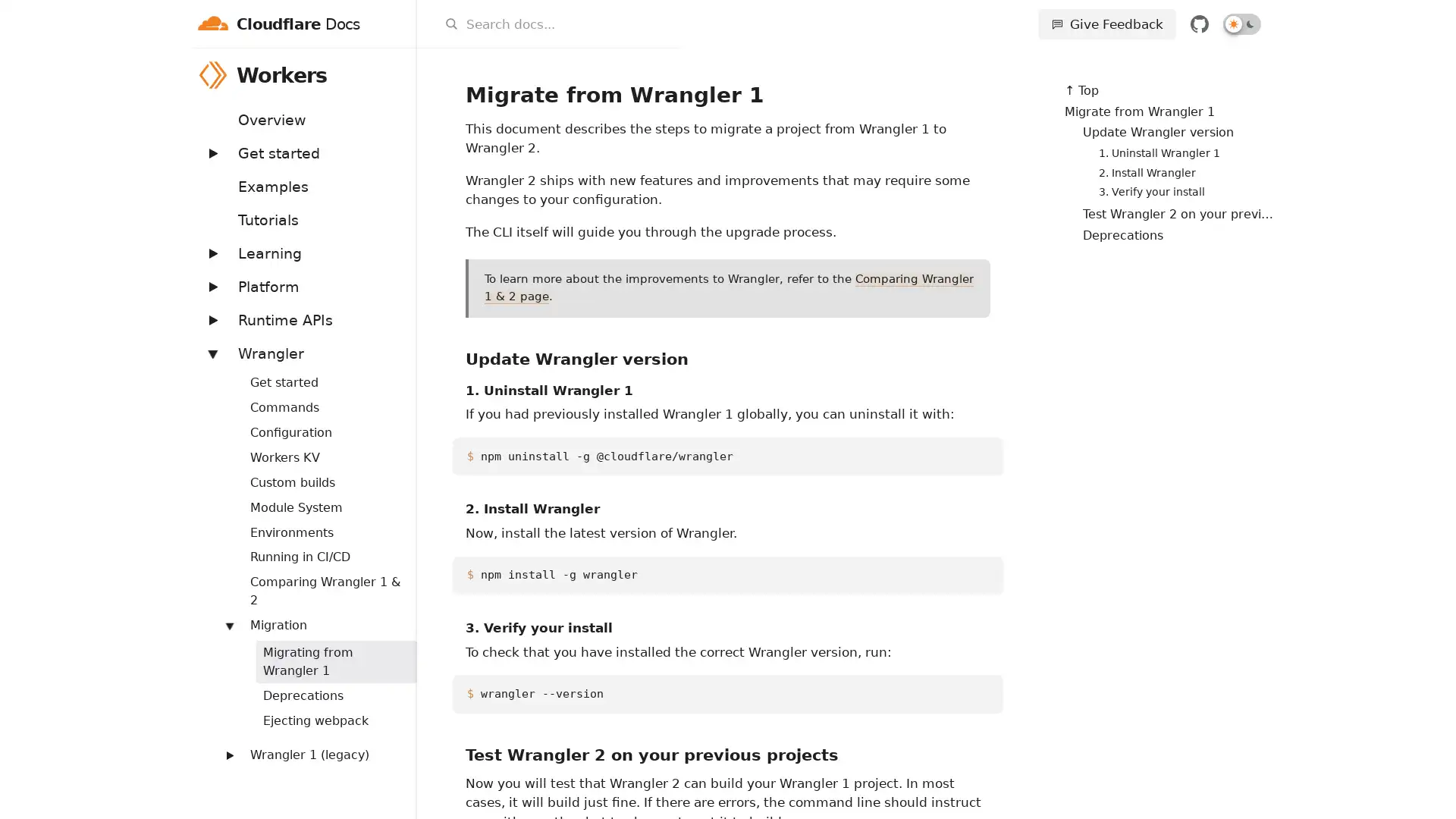  Describe the element at coordinates (211, 353) in the screenshot. I see `Expand: Wrangler` at that location.